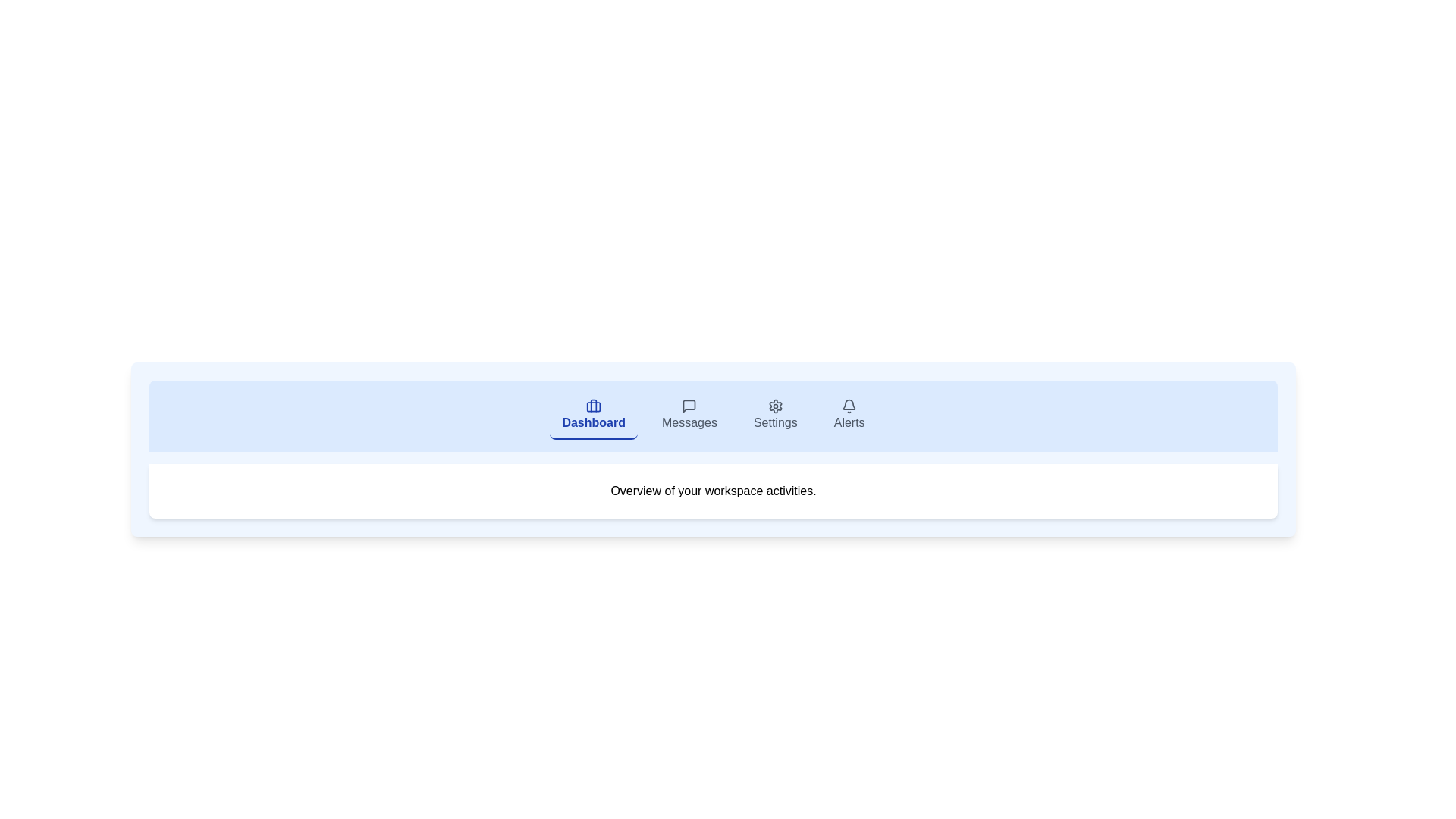  Describe the element at coordinates (592, 416) in the screenshot. I see `the tab labeled Dashboard to observe visual feedback` at that location.